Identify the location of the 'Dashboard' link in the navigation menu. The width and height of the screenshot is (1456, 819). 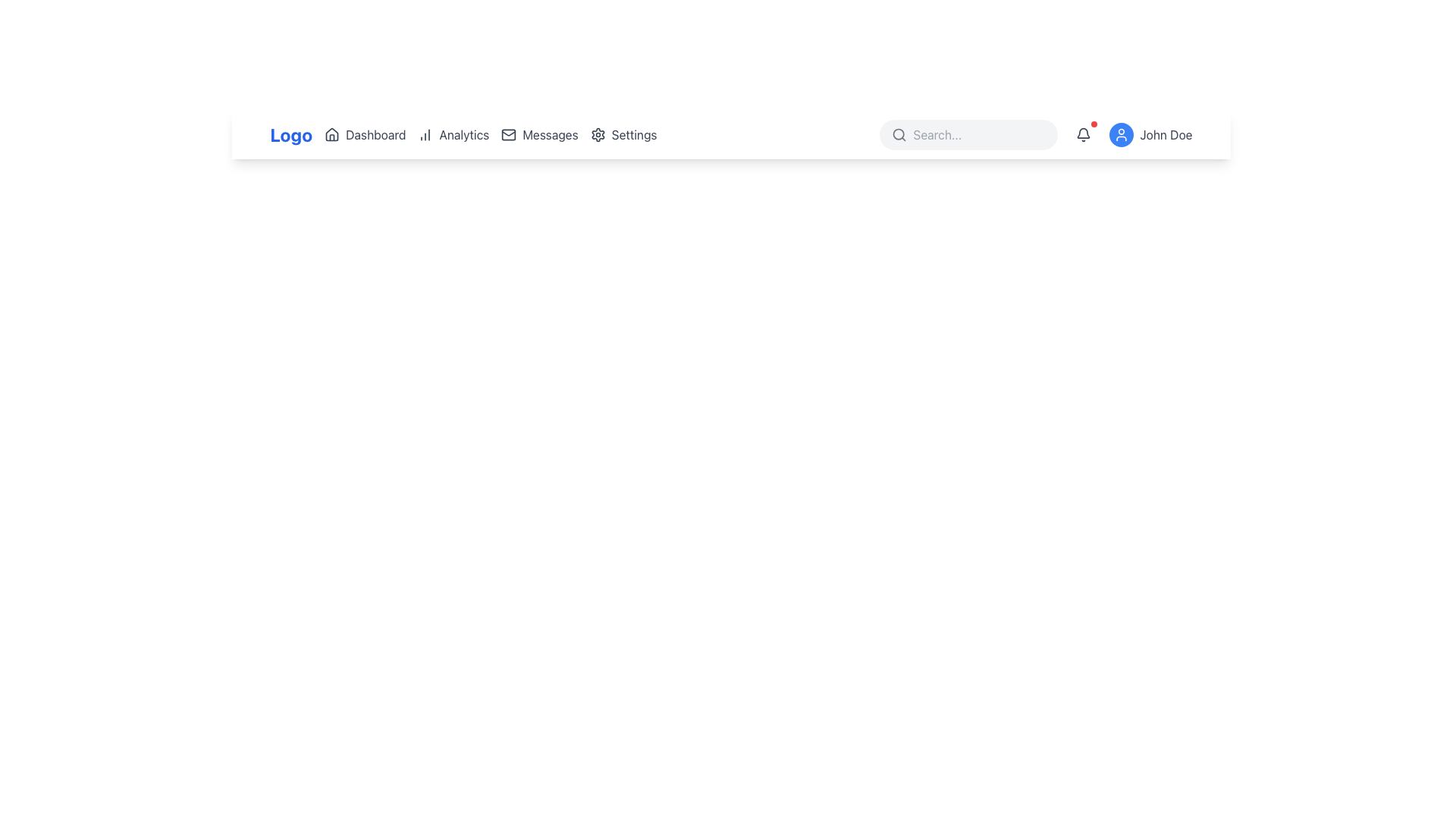
(365, 133).